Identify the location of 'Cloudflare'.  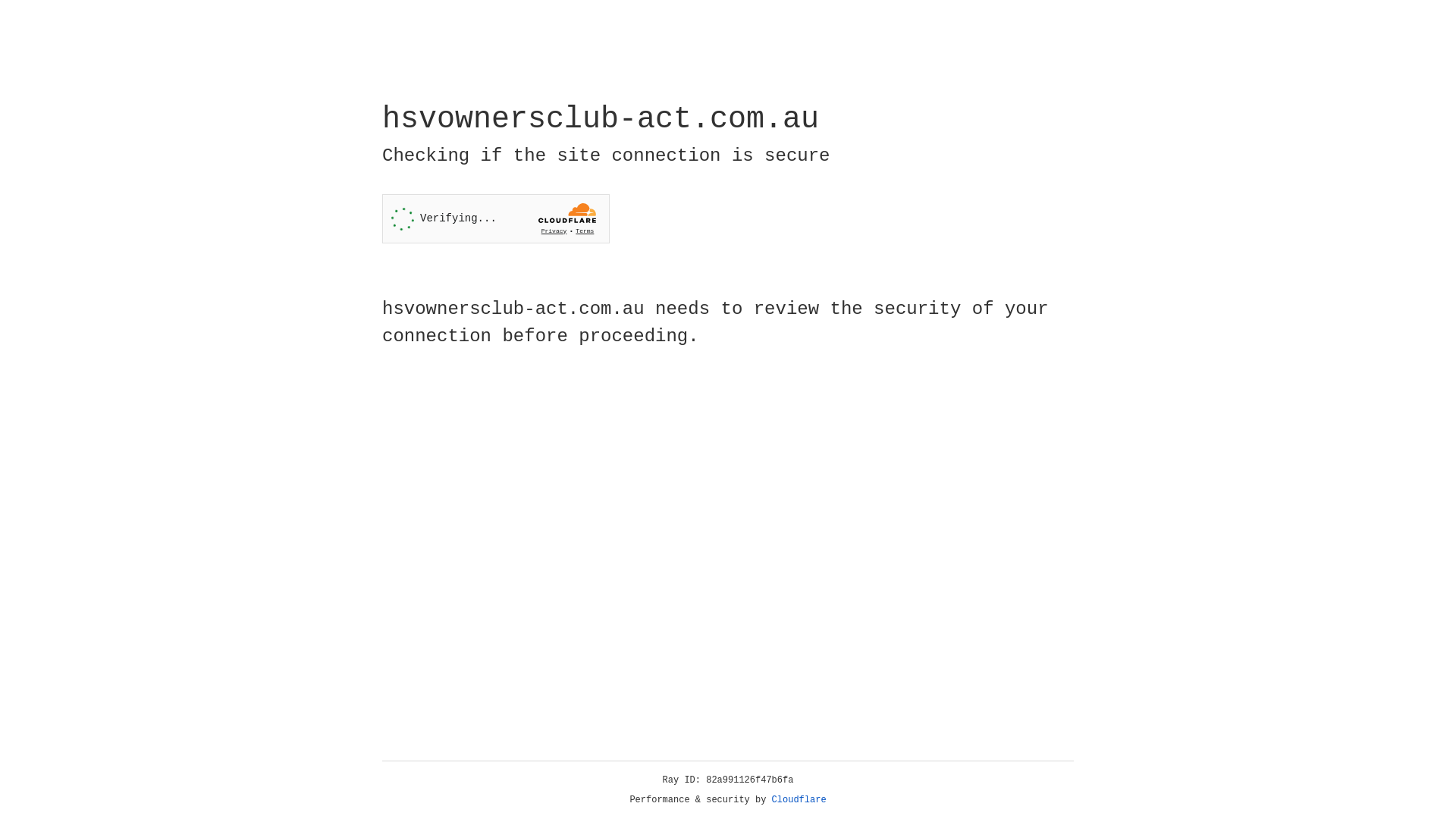
(799, 799).